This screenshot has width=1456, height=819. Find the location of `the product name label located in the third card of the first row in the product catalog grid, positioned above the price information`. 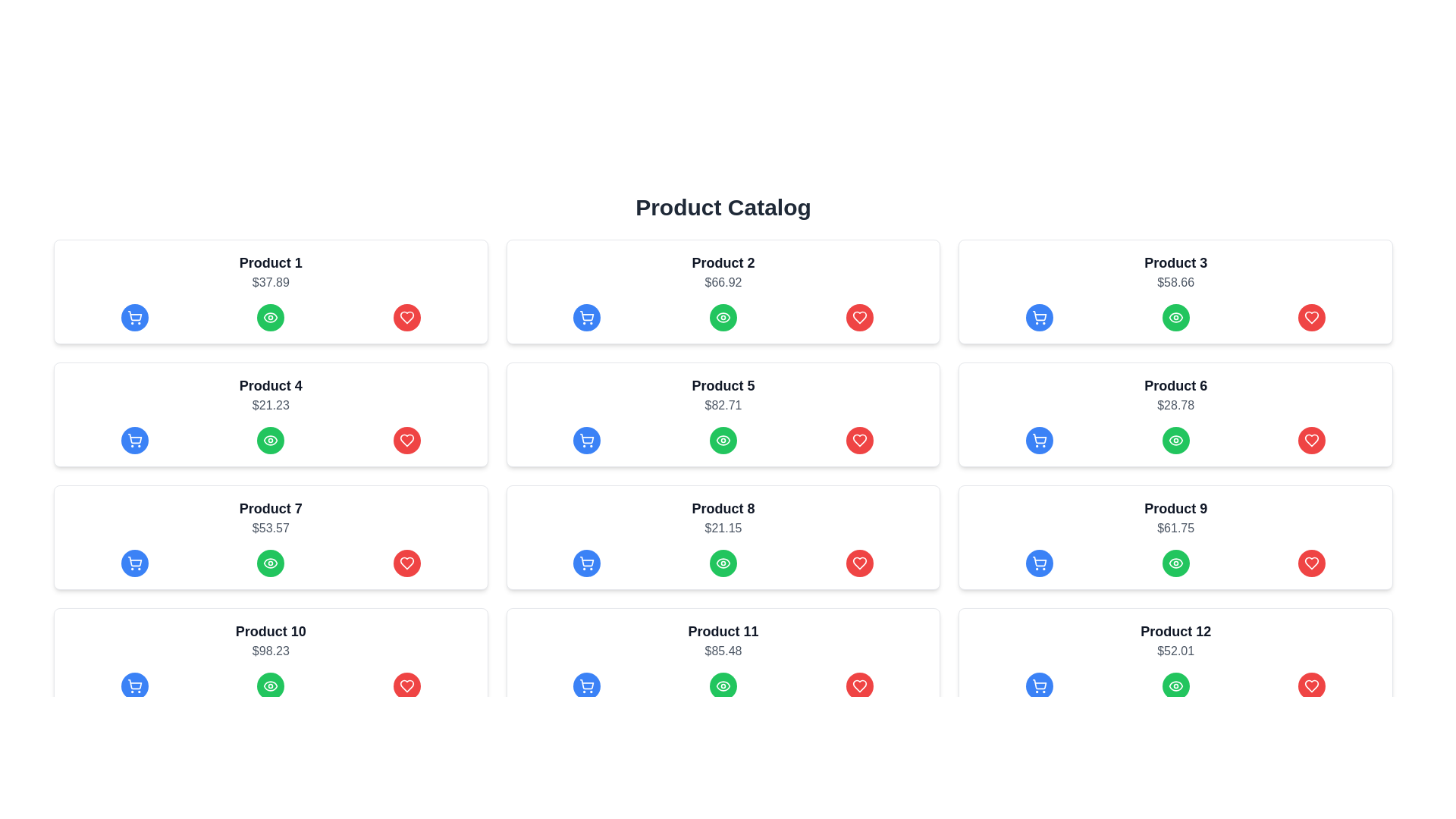

the product name label located in the third card of the first row in the product catalog grid, positioned above the price information is located at coordinates (1175, 262).